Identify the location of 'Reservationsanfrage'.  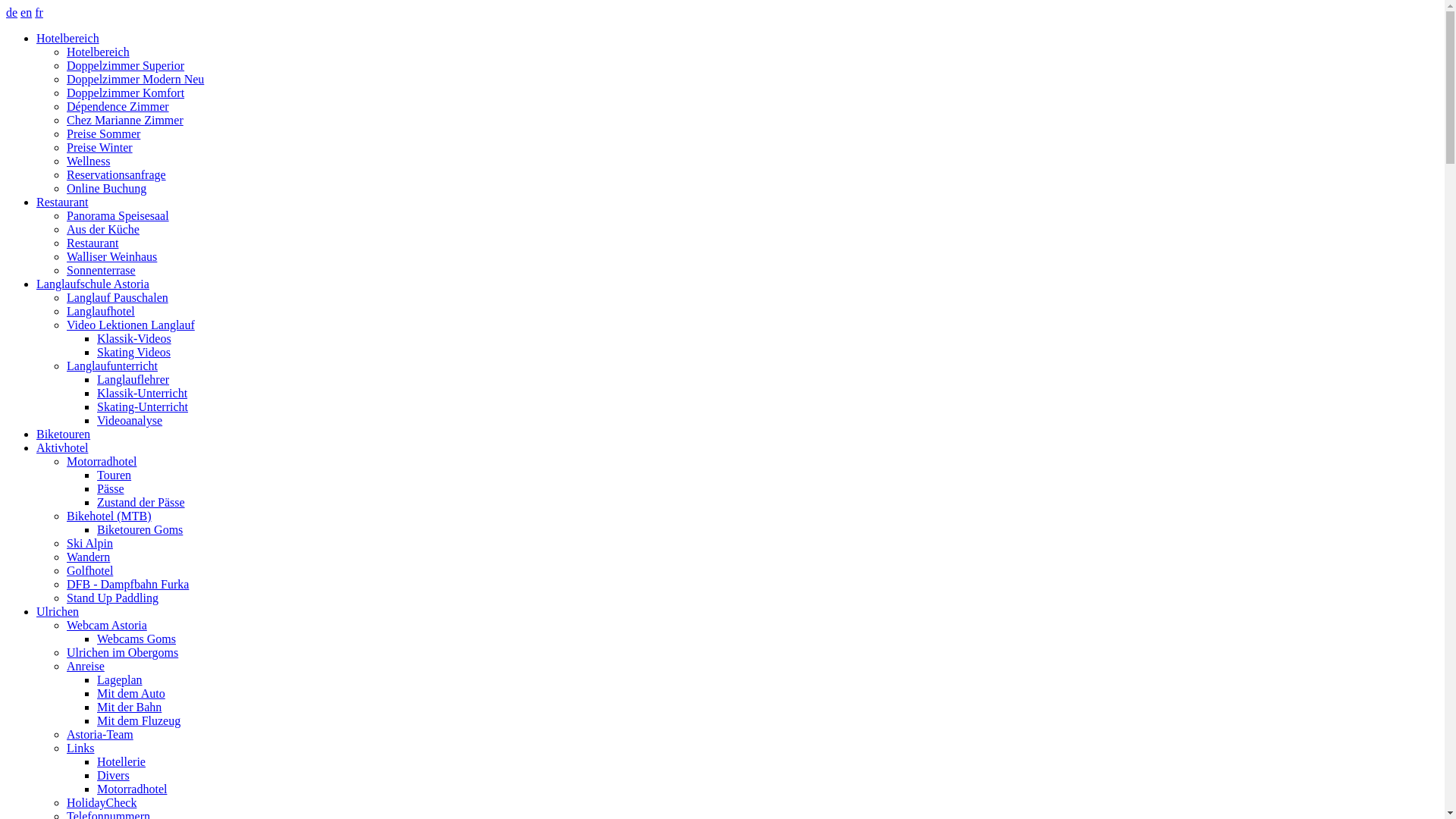
(65, 174).